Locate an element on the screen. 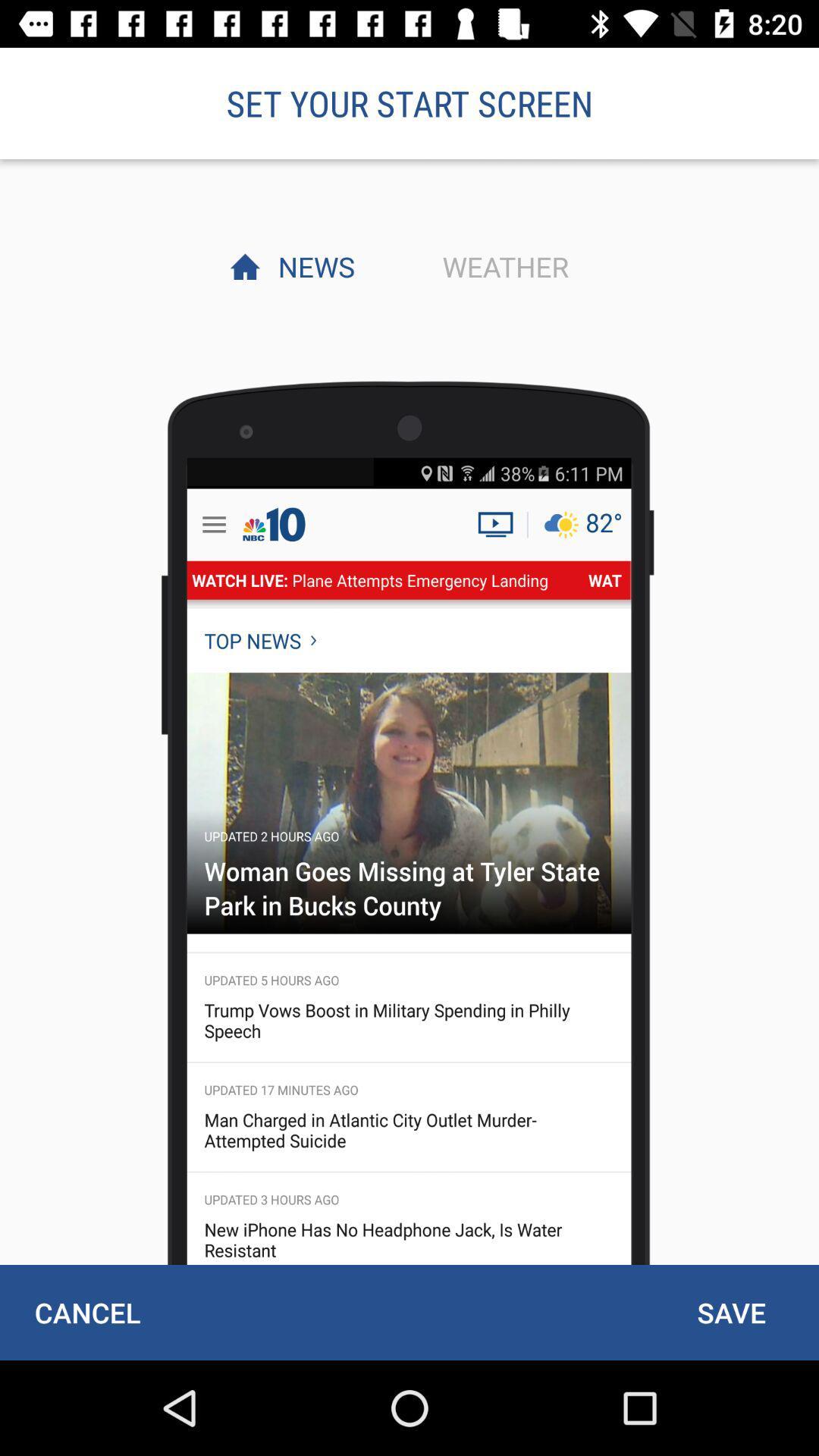  icon at the bottom left corner is located at coordinates (87, 1312).